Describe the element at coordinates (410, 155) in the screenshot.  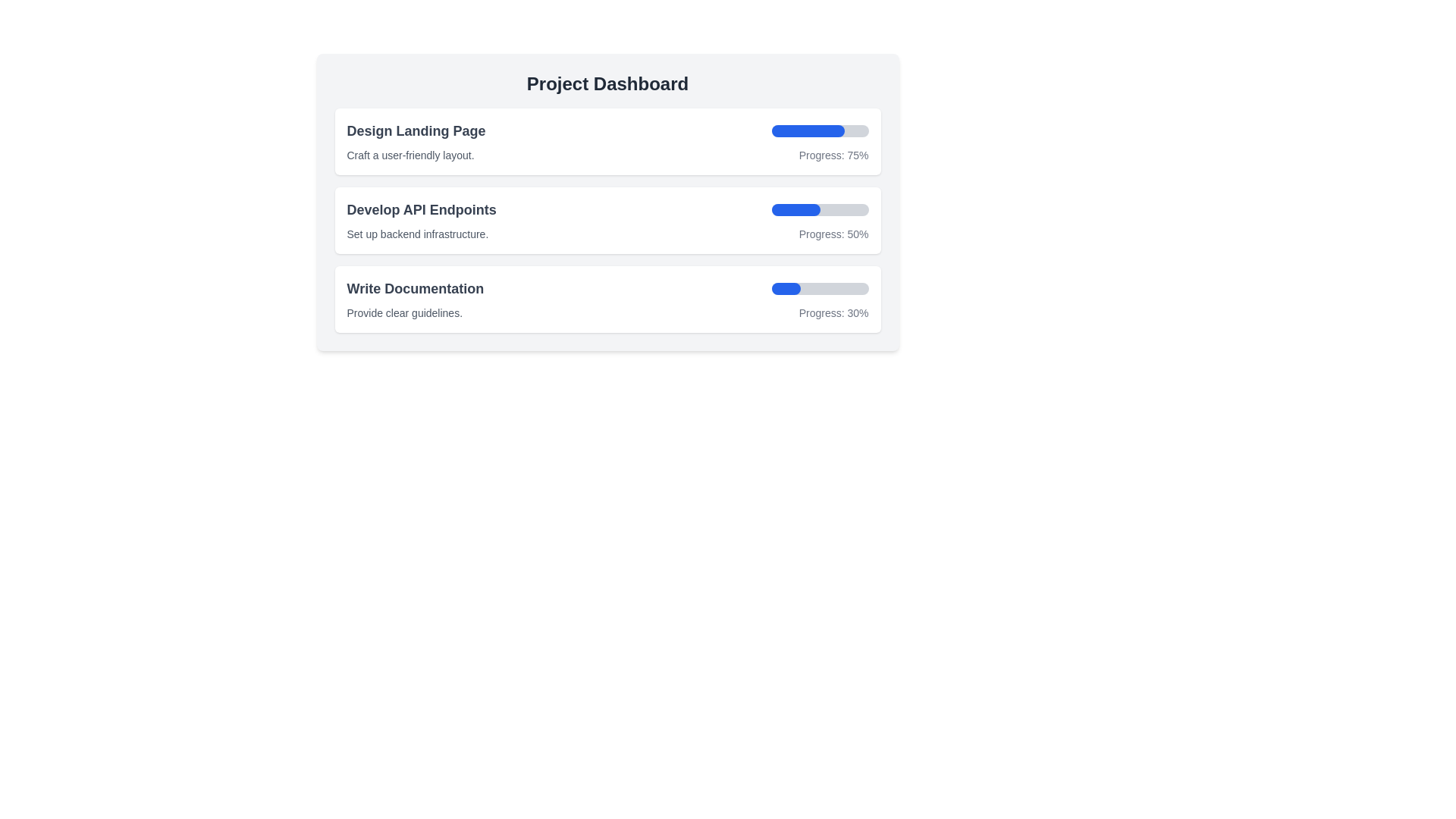
I see `the text label that provides additional information about the heading 'Design Landing Page'` at that location.